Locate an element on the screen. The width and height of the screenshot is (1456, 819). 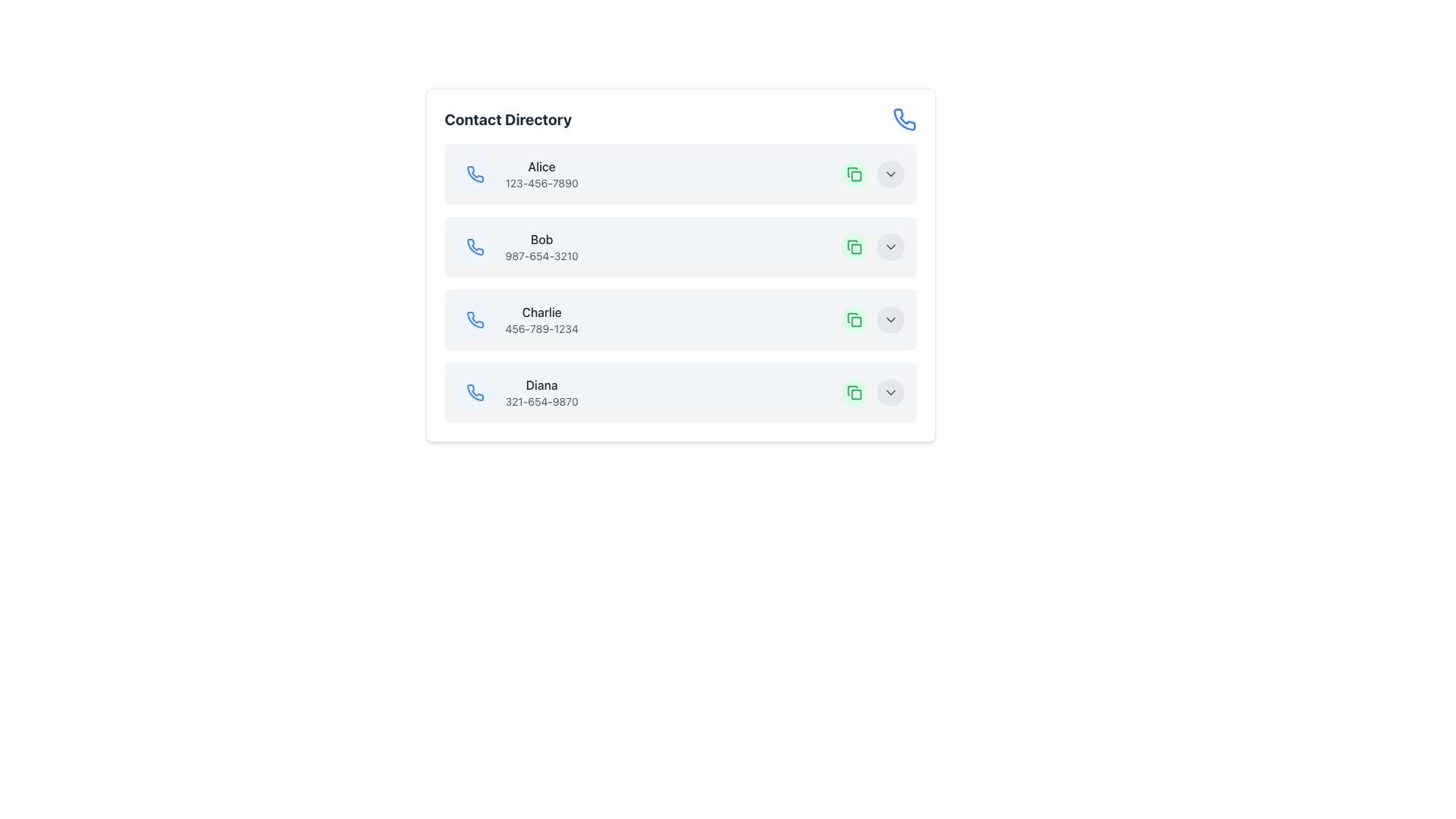
the text label displaying the name 'Alice' in bold font, part of the contact entry at the top of the contact list interface is located at coordinates (541, 166).